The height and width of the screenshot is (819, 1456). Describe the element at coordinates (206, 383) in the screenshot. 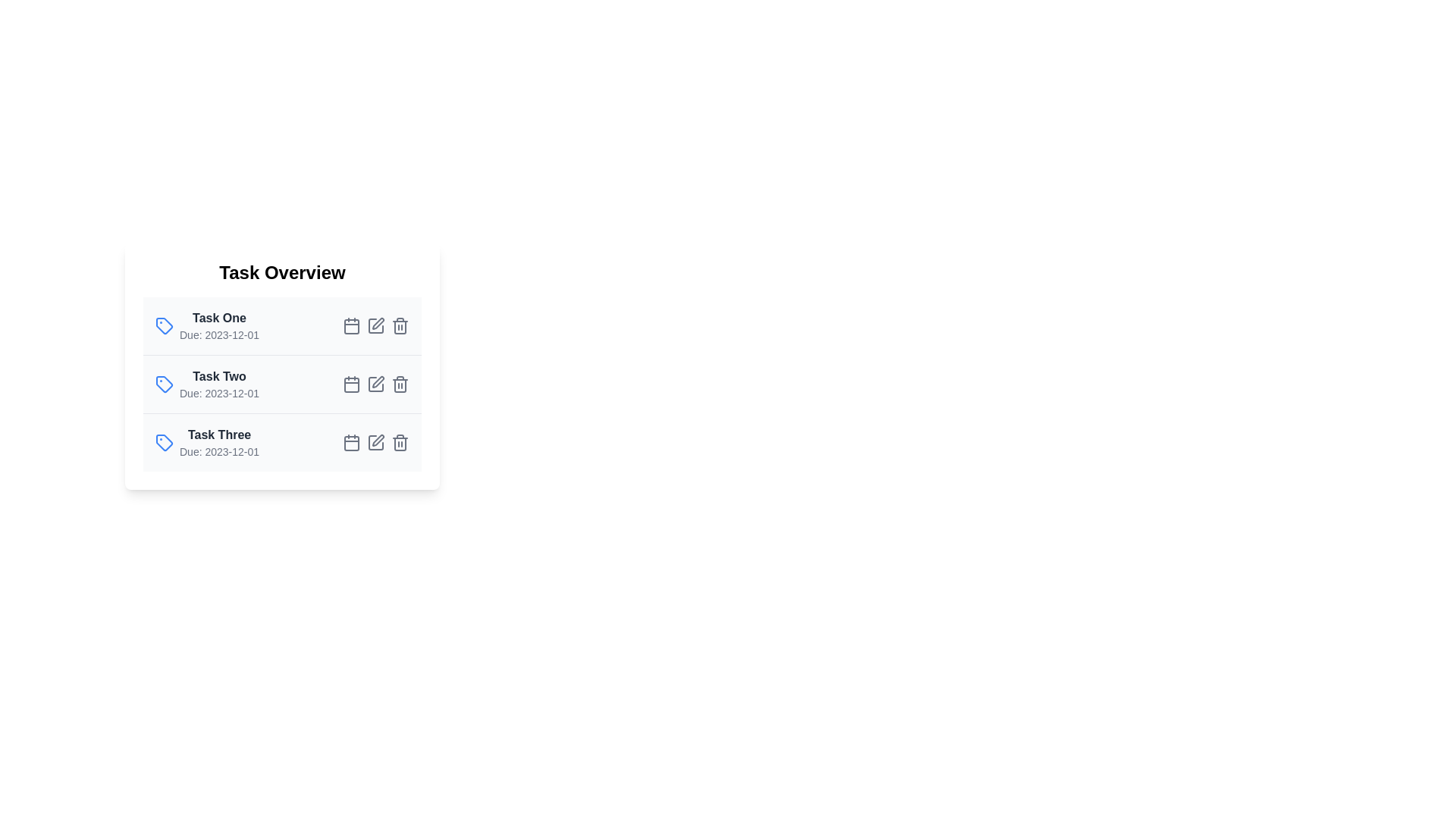

I see `the descriptive text area of the second item in the 'Task Overview' list, which features a blue label icon and the text 'Task Two' in bold dark gray` at that location.